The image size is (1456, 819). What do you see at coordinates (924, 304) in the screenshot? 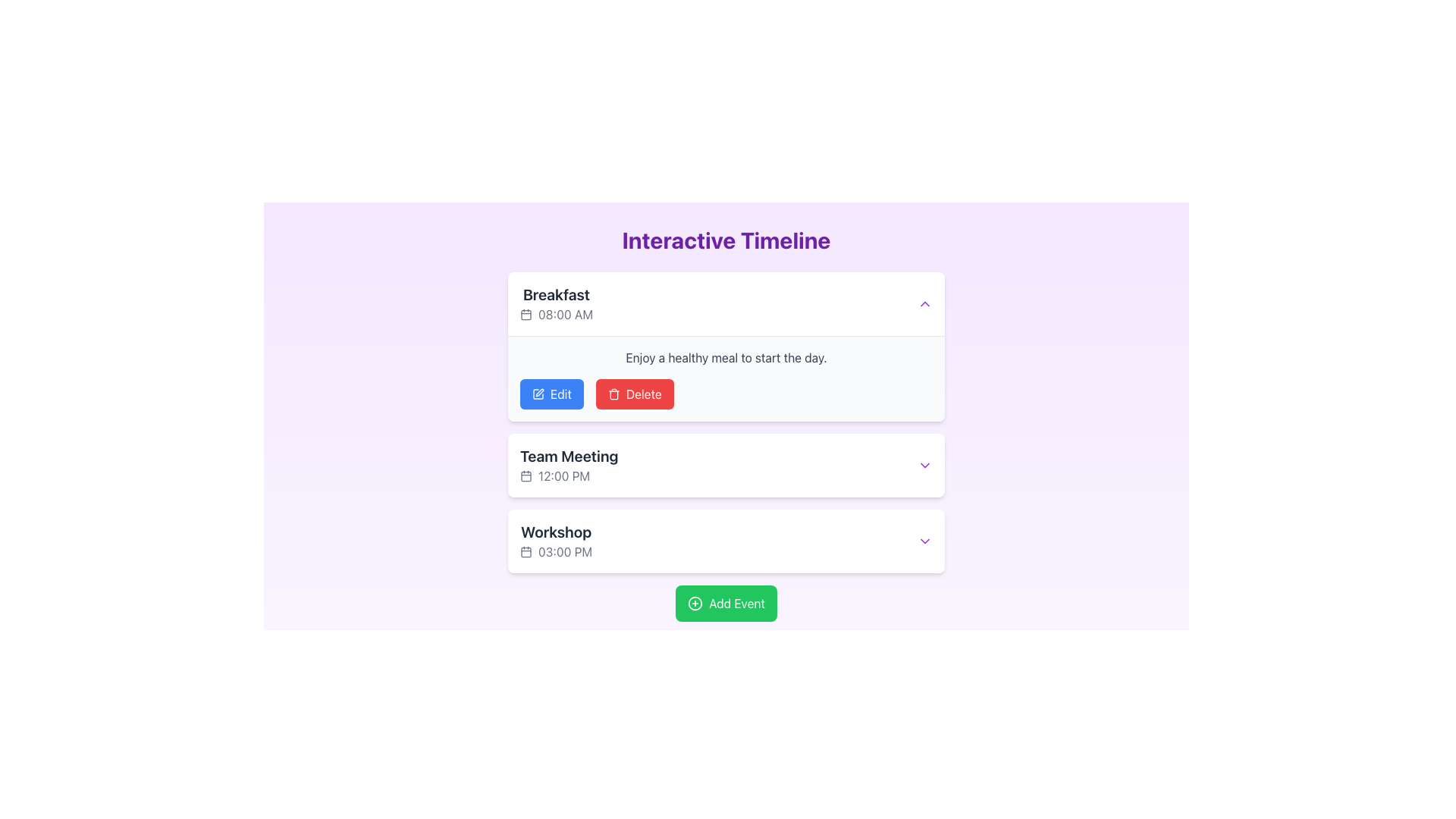
I see `the small purple upward-pointing arrow icon button located at the far-right side of the 'Breakfast' section` at bounding box center [924, 304].